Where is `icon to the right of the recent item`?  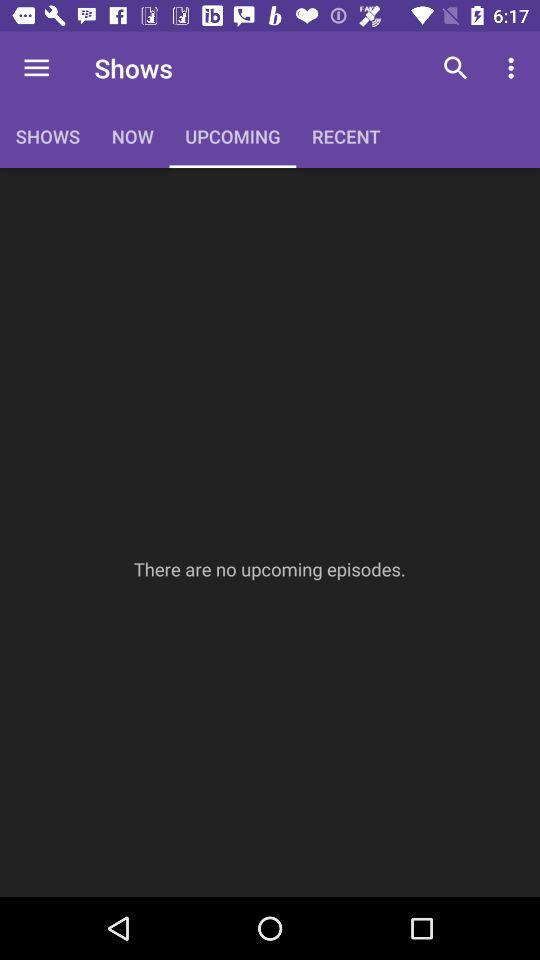 icon to the right of the recent item is located at coordinates (455, 68).